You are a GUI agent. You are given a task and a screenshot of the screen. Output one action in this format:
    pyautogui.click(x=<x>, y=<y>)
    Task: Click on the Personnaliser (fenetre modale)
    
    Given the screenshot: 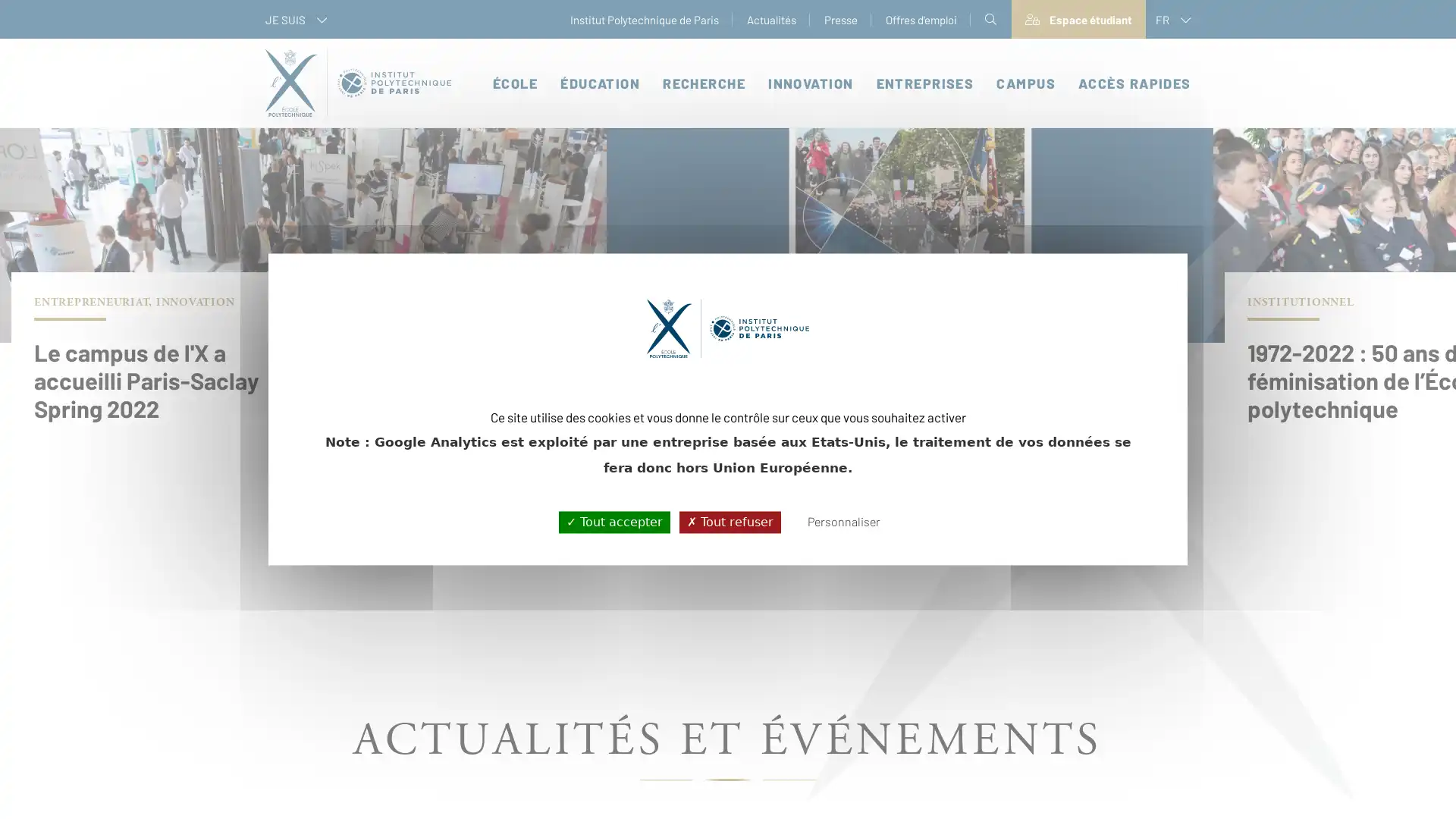 What is the action you would take?
    pyautogui.click(x=843, y=522)
    